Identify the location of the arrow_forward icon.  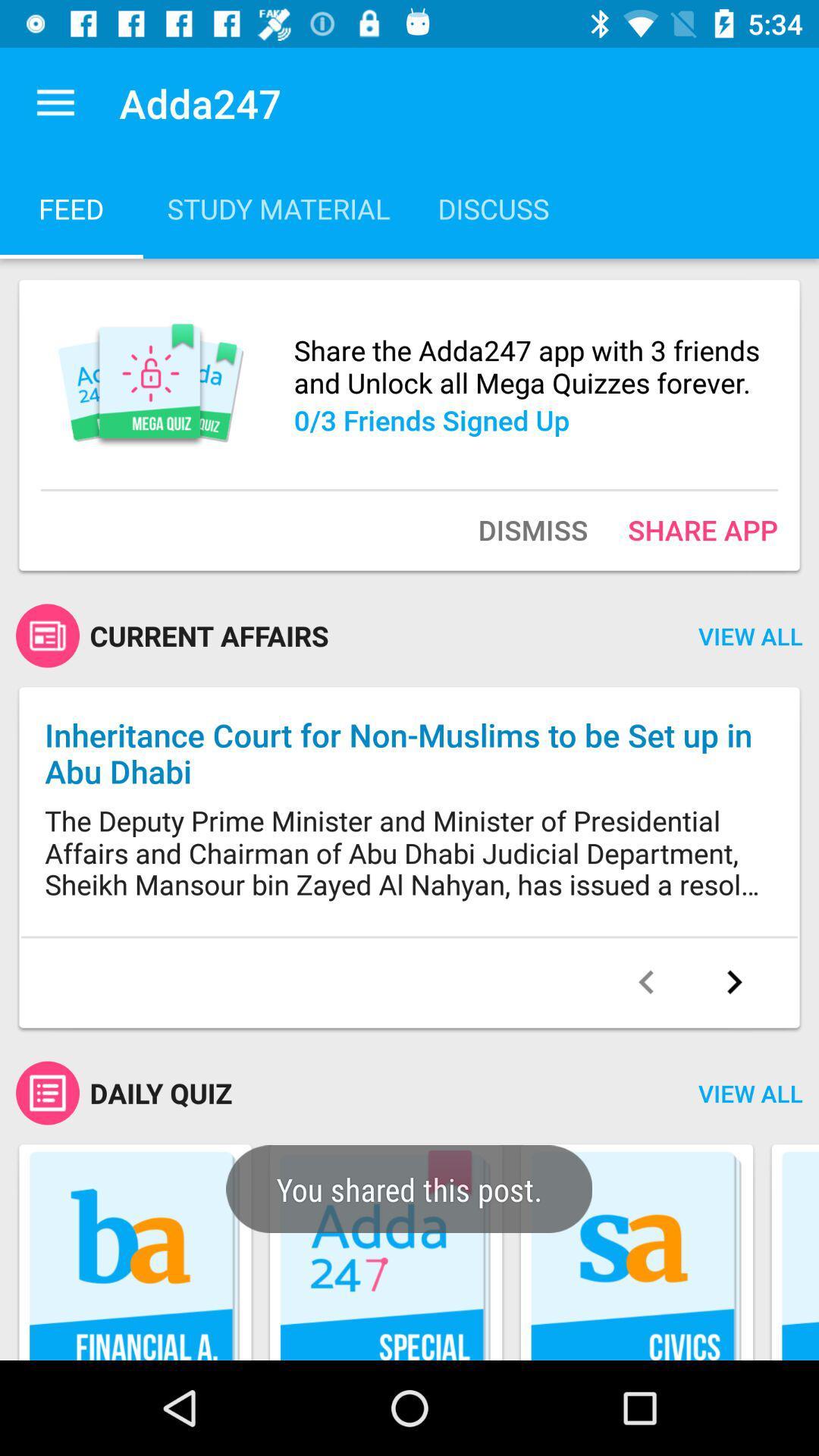
(733, 982).